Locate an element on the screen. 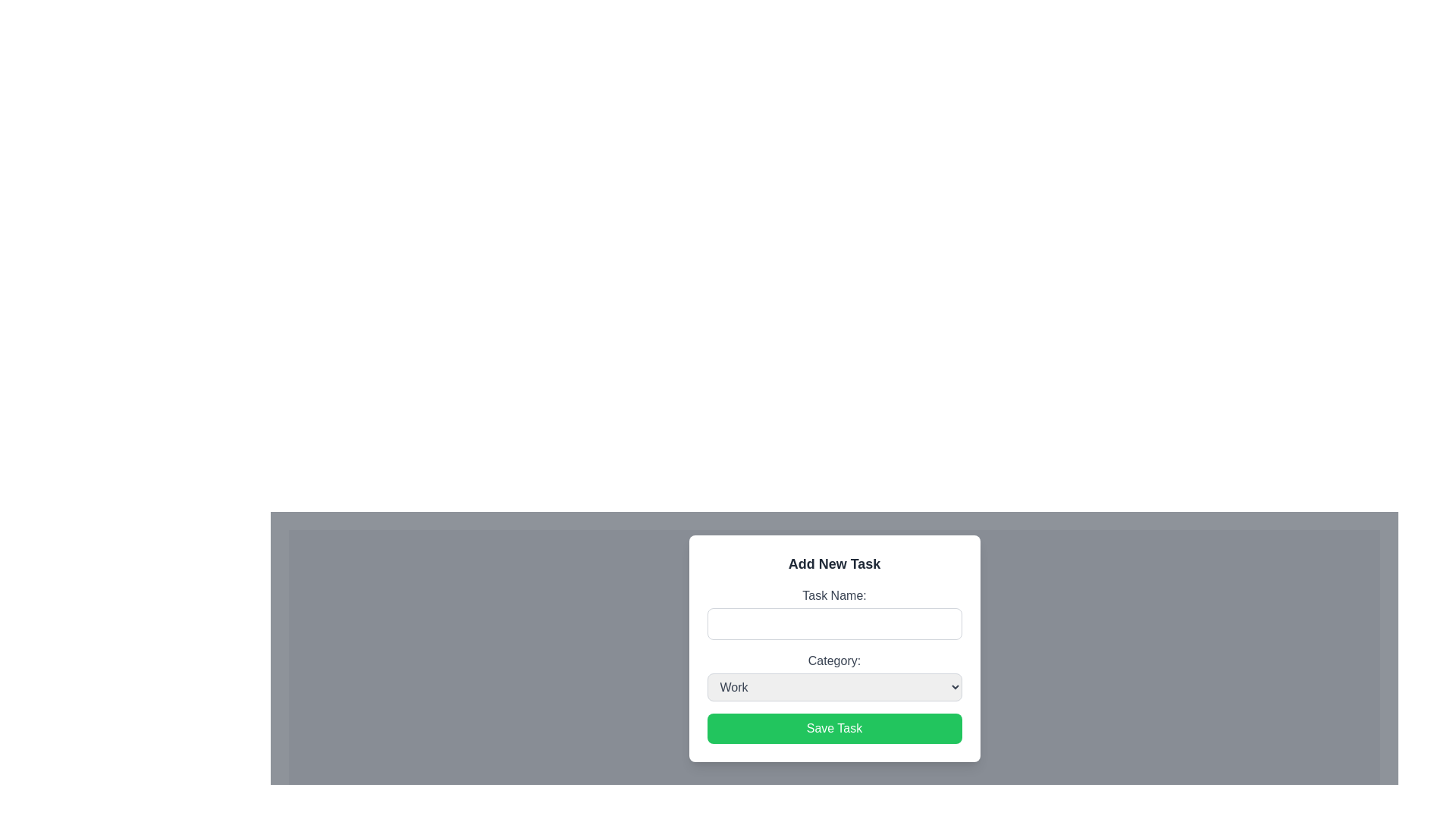 The width and height of the screenshot is (1456, 819). the Dropdown menu for category selection located in the 'Add New Task' modal is located at coordinates (833, 675).